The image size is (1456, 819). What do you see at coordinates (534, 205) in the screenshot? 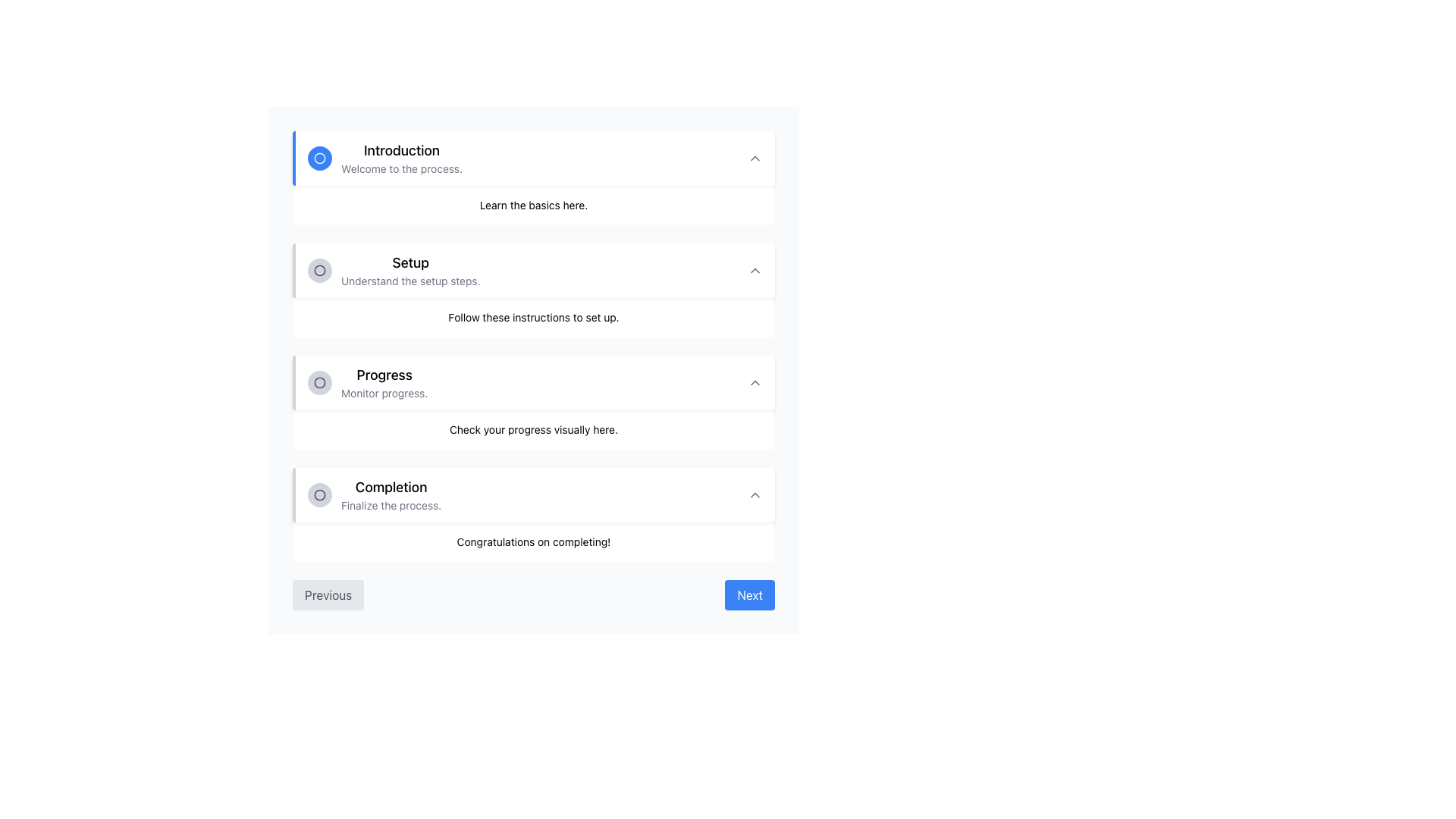
I see `the Static Text Block providing additional information or instructions related to the 'Introduction' section, positioned below the 'Introduction' heading and centrally aligned` at bounding box center [534, 205].